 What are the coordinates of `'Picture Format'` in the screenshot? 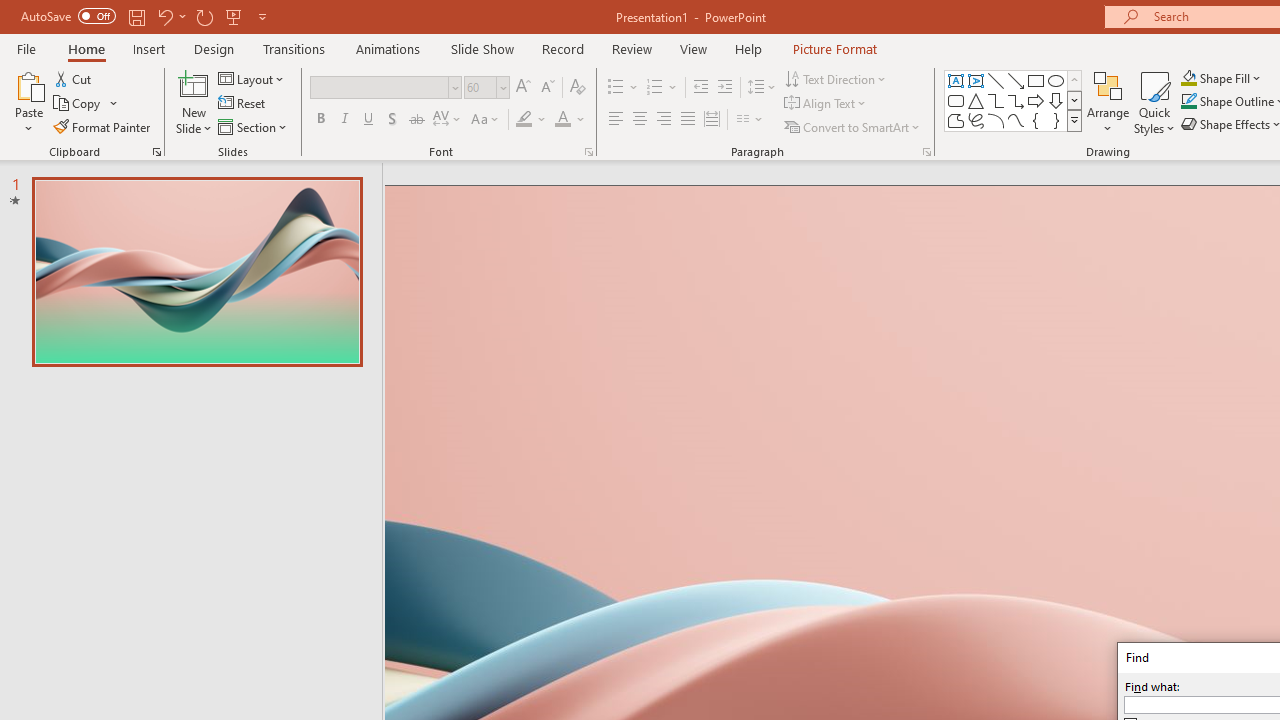 It's located at (835, 48).